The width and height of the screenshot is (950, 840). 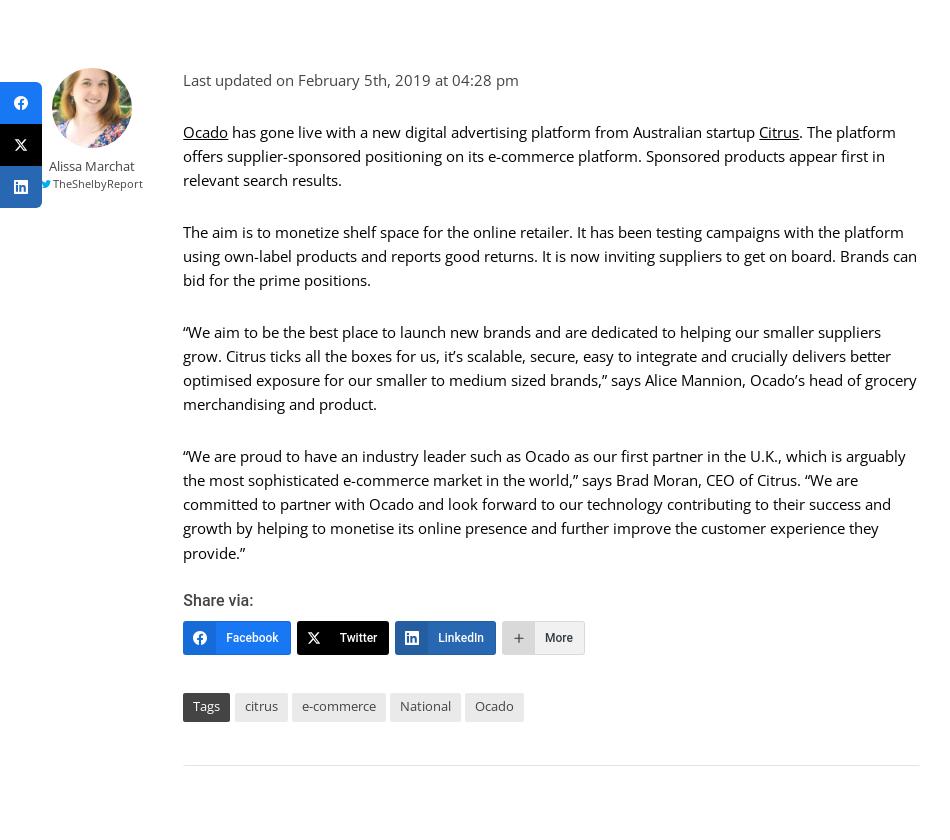 What do you see at coordinates (493, 131) in the screenshot?
I see `'has gone live with a new digital advertising platform from Australian startup'` at bounding box center [493, 131].